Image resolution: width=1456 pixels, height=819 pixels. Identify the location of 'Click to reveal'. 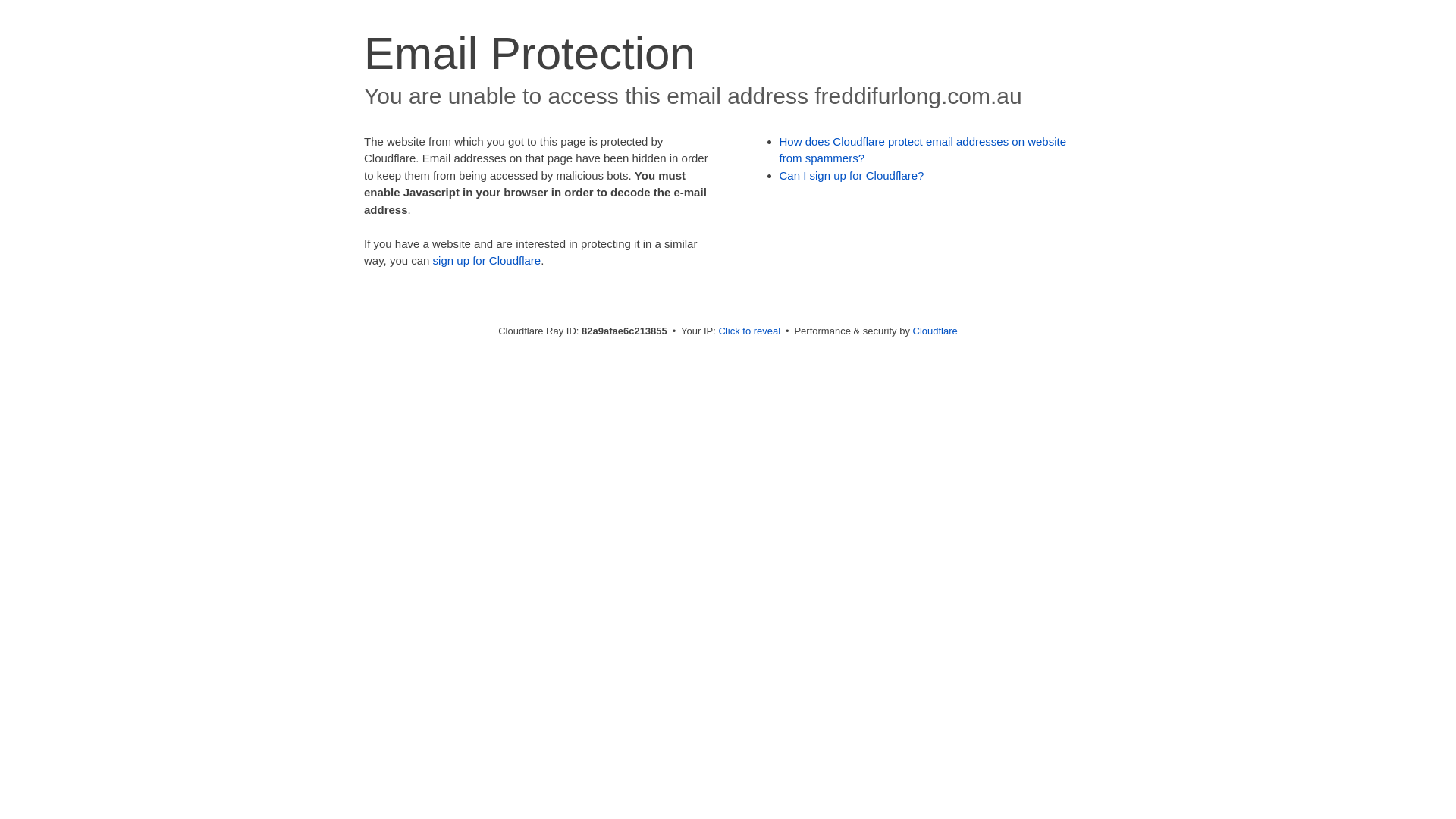
(749, 330).